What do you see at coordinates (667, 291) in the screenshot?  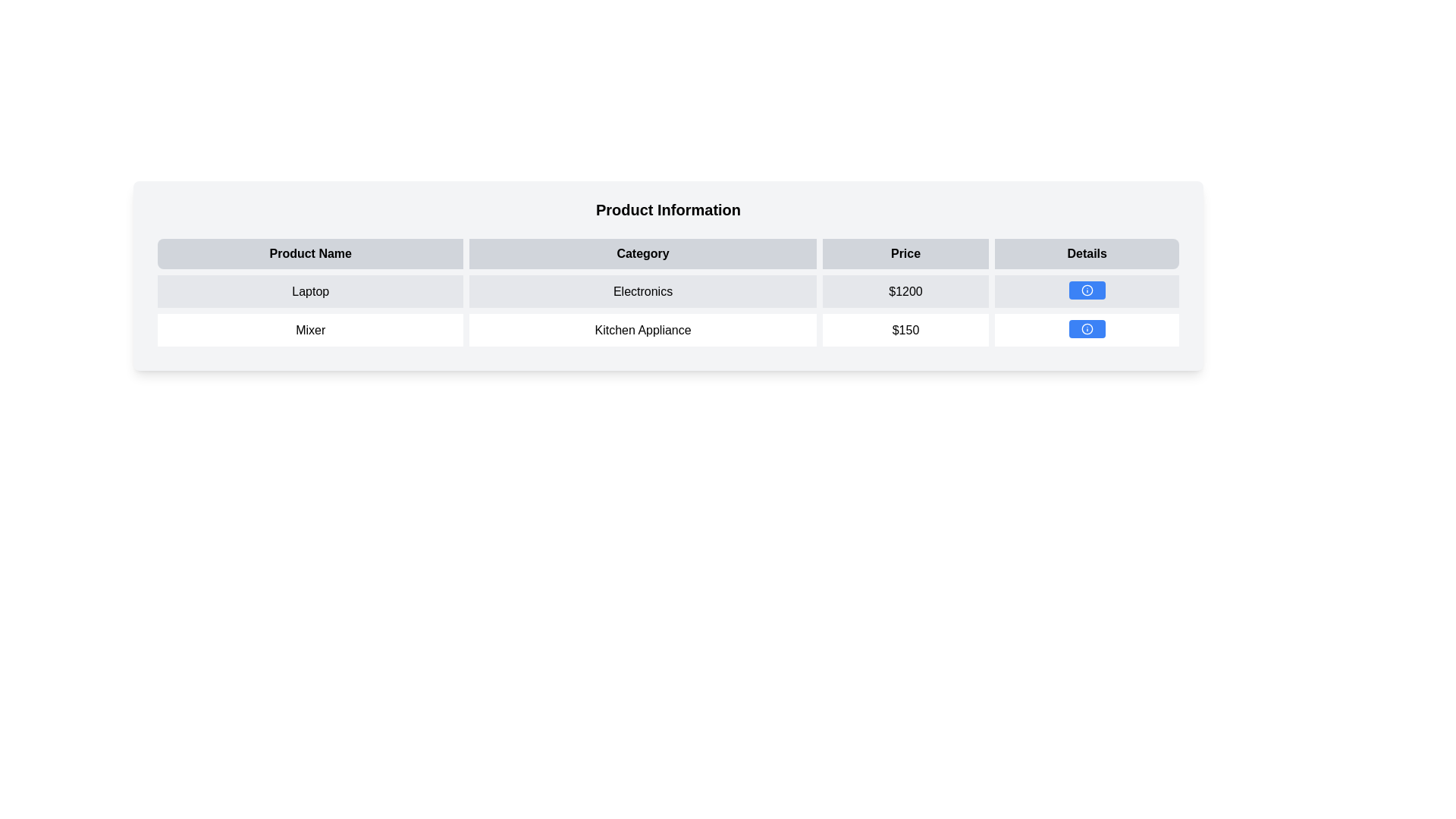 I see `the first row in the data table displaying product information, which includes a product name, category, price, and an action button for more information` at bounding box center [667, 291].